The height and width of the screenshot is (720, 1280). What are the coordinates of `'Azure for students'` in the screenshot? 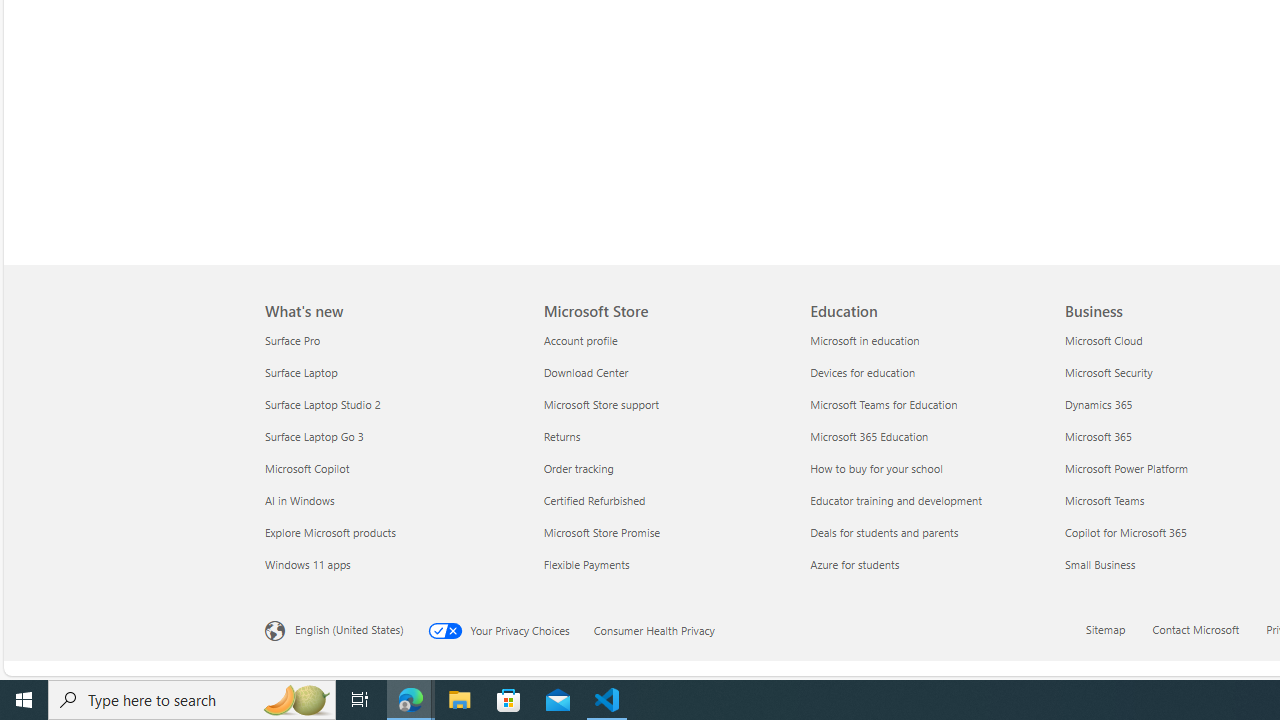 It's located at (930, 564).